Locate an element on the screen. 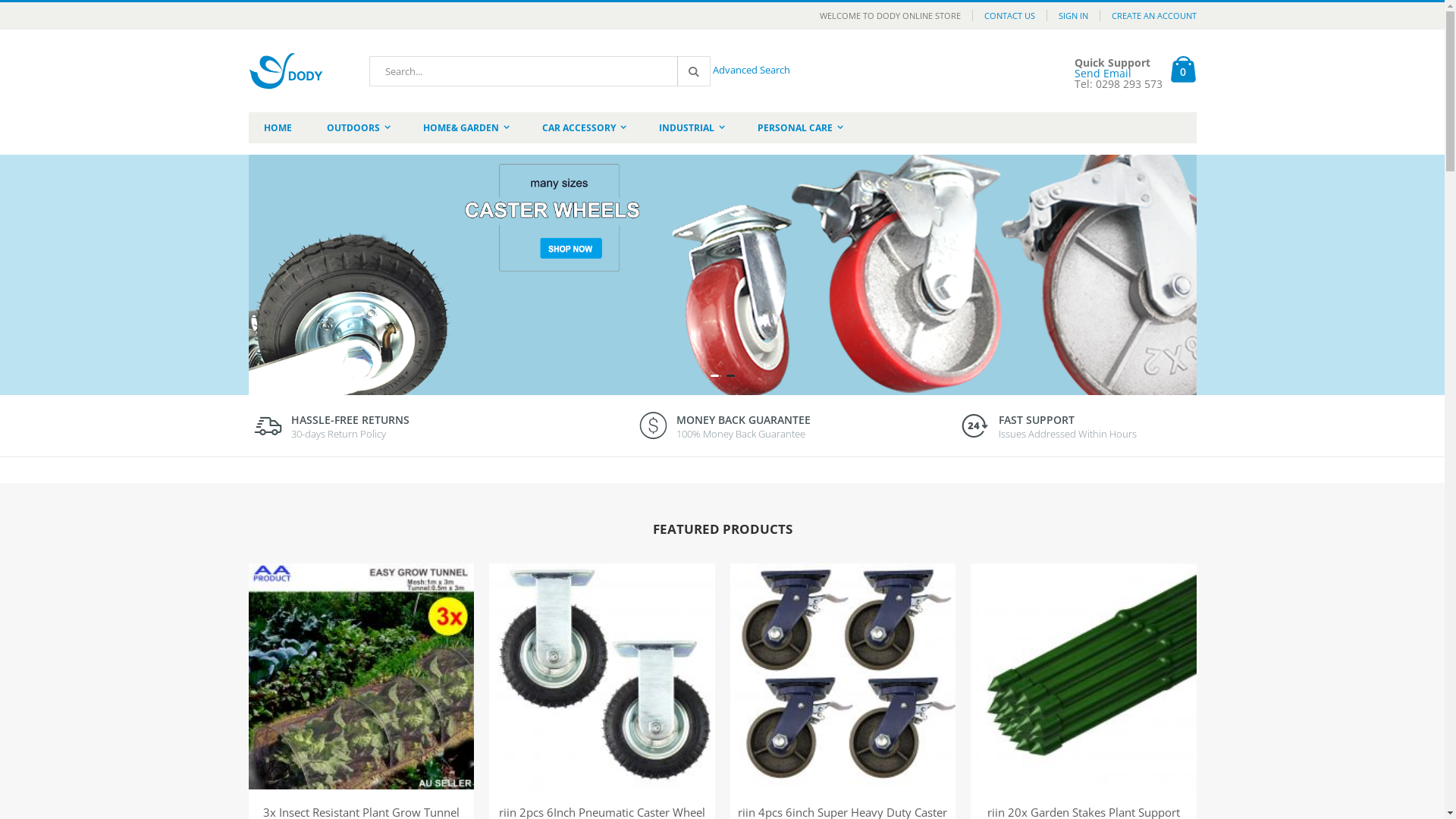  'CONTACT US' is located at coordinates (1009, 15).